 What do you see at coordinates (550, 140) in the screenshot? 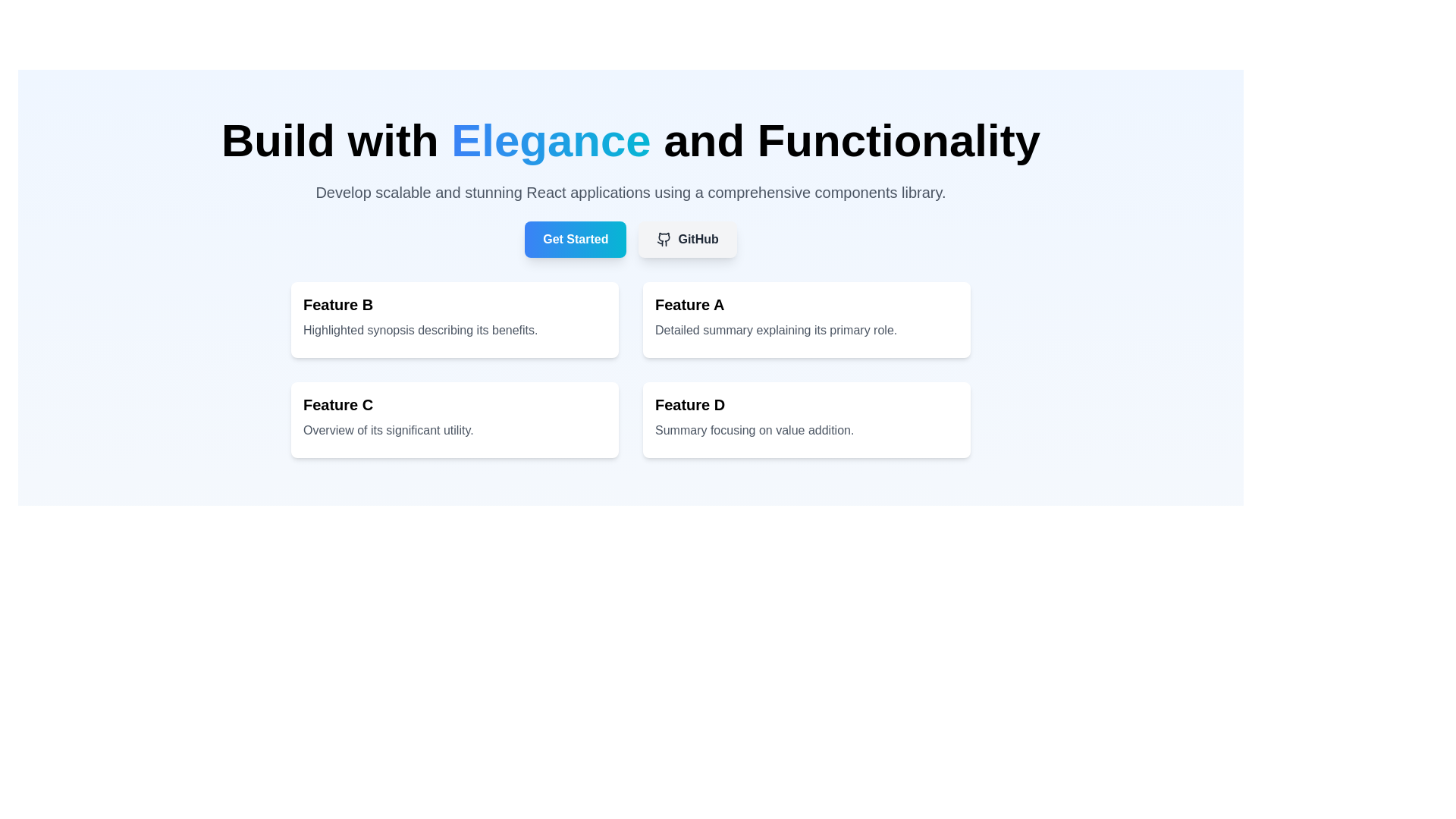
I see `text 'Elegance' which is the second word in the heading 'Build with Elegance and Functionality', located at the center of the upper section of the interface` at bounding box center [550, 140].